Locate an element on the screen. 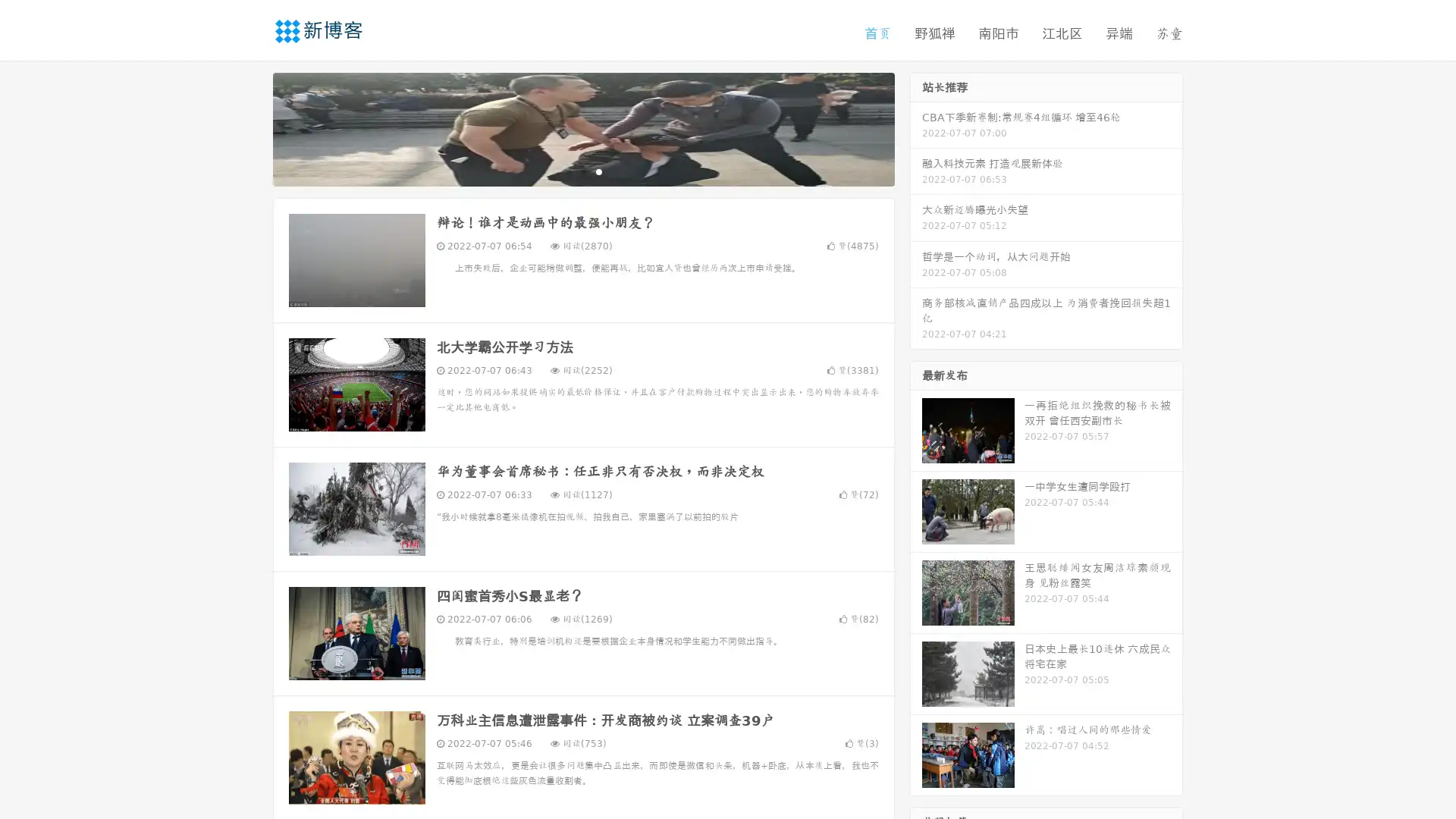 The image size is (1456, 819). Go to slide 2 is located at coordinates (582, 171).